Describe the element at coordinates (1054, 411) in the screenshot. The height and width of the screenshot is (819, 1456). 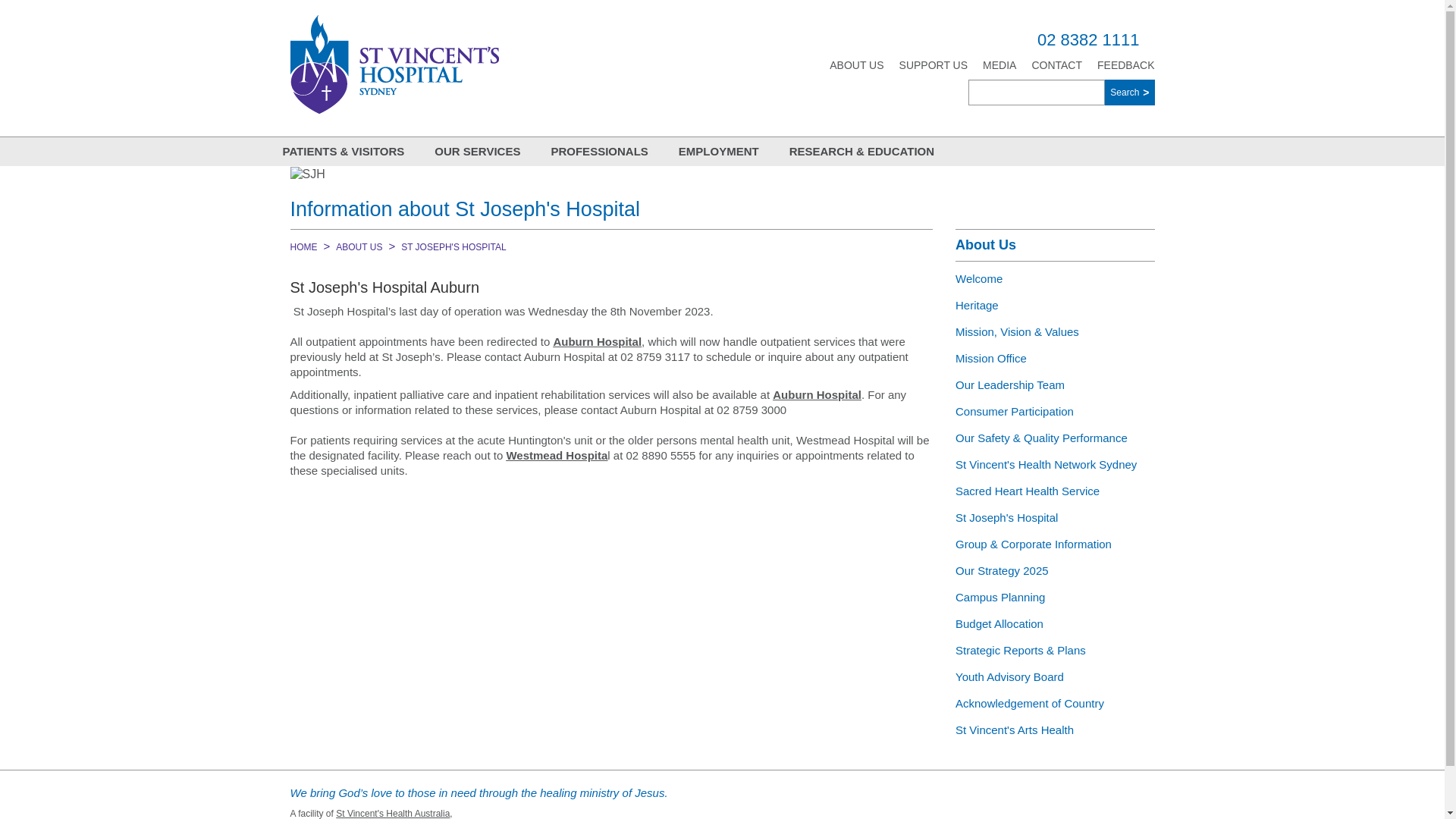
I see `'Consumer Participation'` at that location.